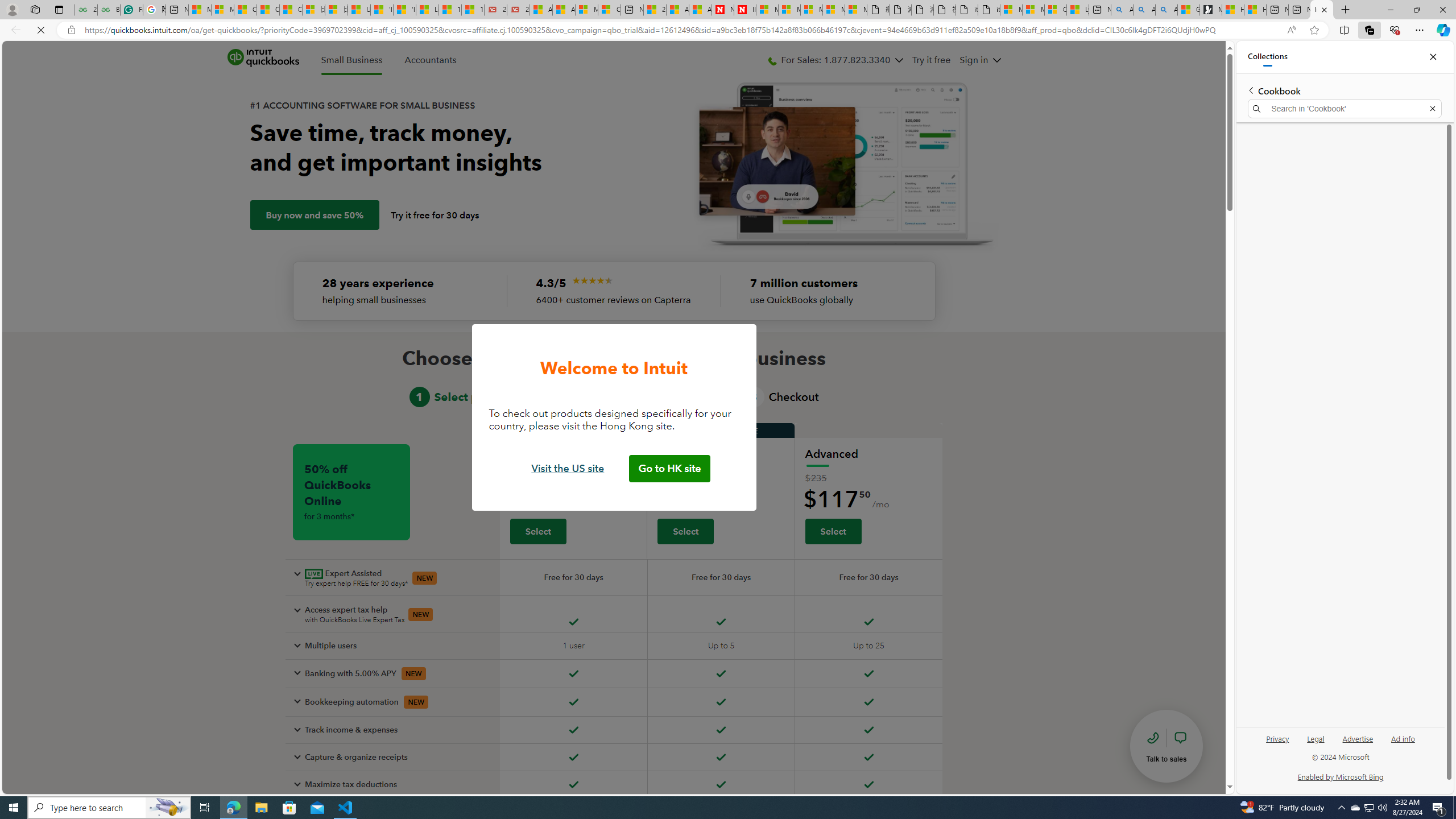 This screenshot has height=819, width=1456. What do you see at coordinates (834, 60) in the screenshot?
I see `'For Sales: 1.877.823.3340'` at bounding box center [834, 60].